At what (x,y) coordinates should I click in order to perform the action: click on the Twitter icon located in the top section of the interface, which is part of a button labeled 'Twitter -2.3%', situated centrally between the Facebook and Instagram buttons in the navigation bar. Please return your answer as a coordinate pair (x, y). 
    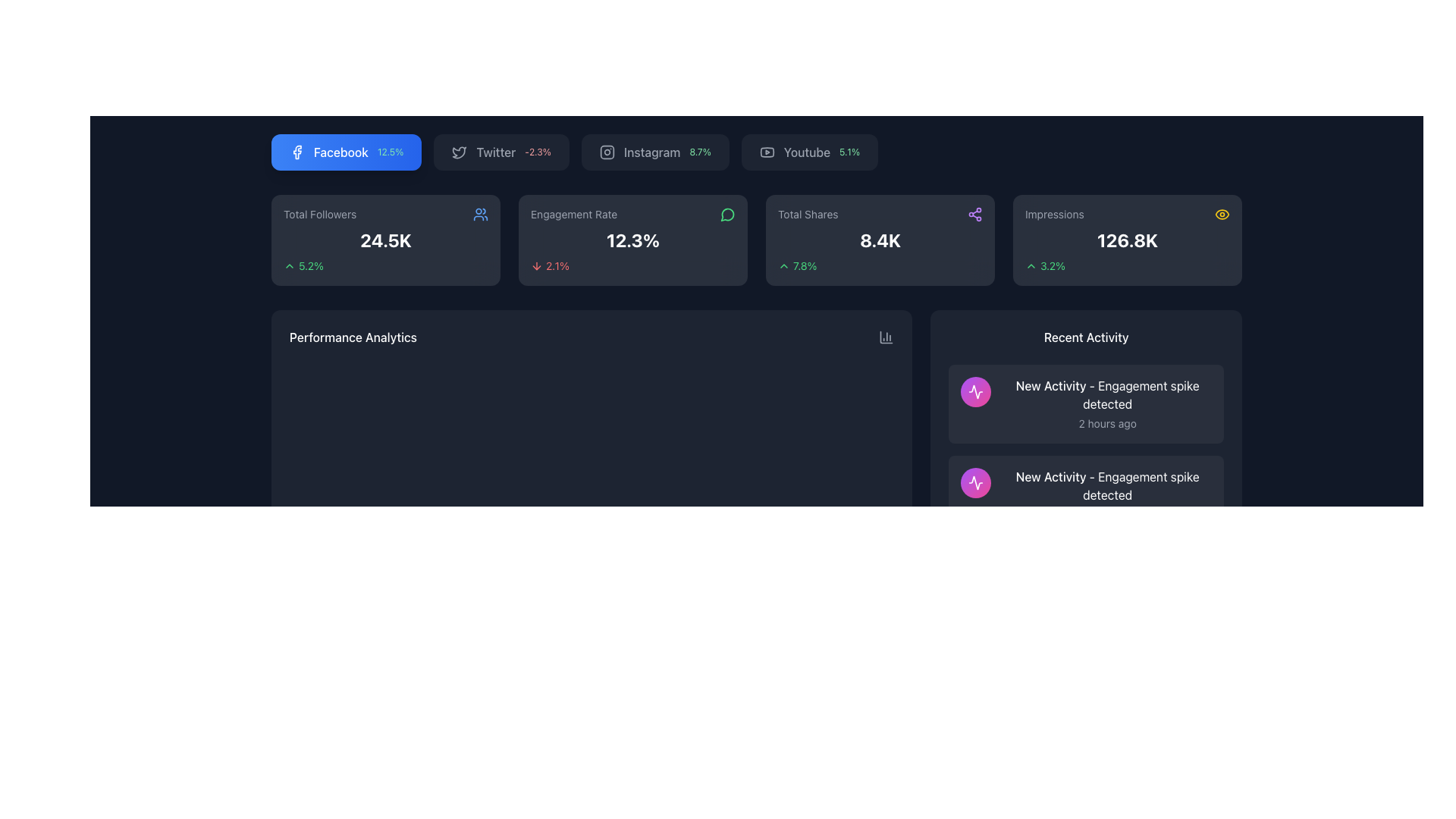
    Looking at the image, I should click on (459, 152).